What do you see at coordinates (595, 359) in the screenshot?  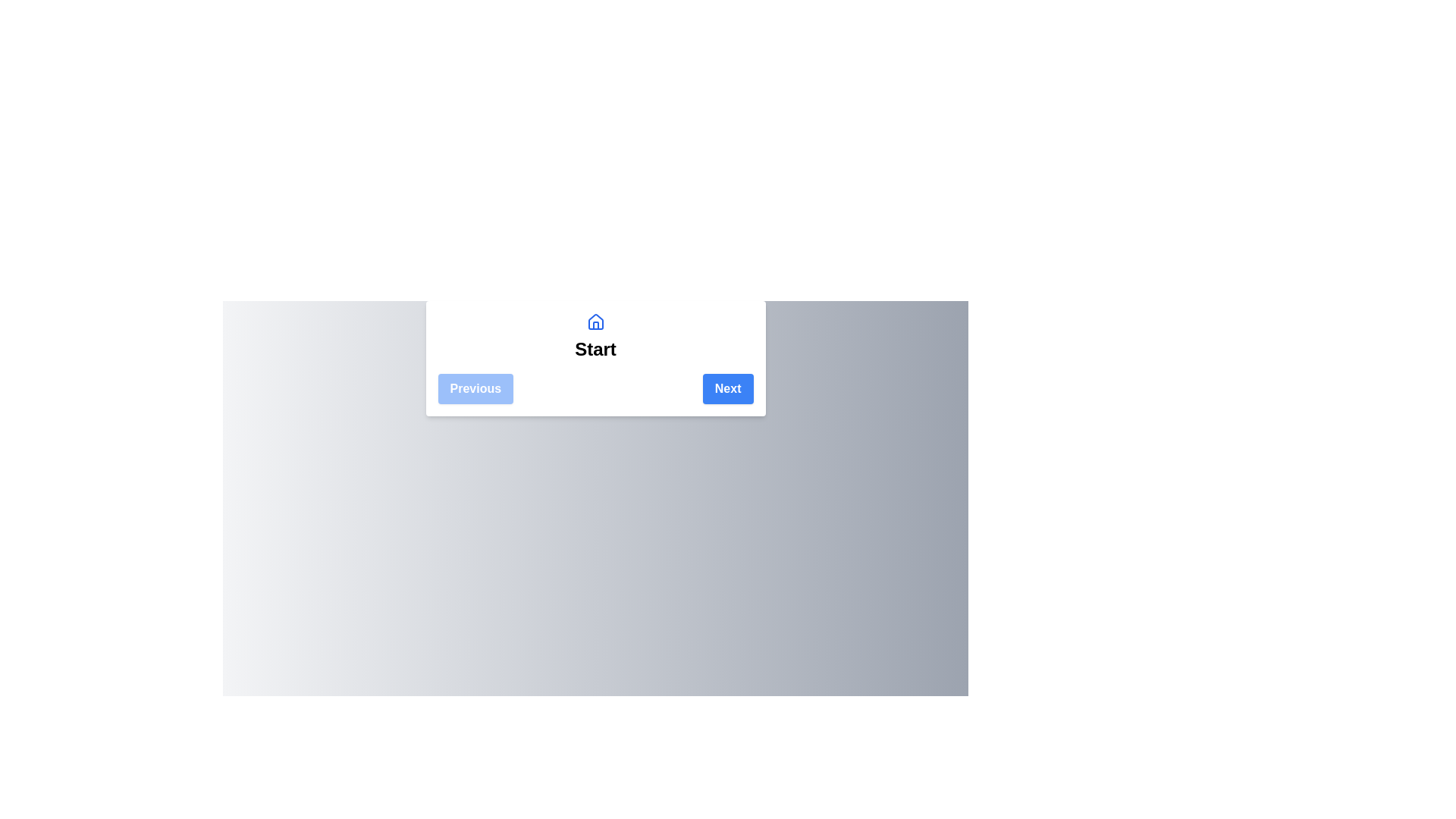 I see `the interactive navigation buttons of the composite navigation widget, which includes 'Previous' and 'Next' buttons located on the left and right, respectively` at bounding box center [595, 359].